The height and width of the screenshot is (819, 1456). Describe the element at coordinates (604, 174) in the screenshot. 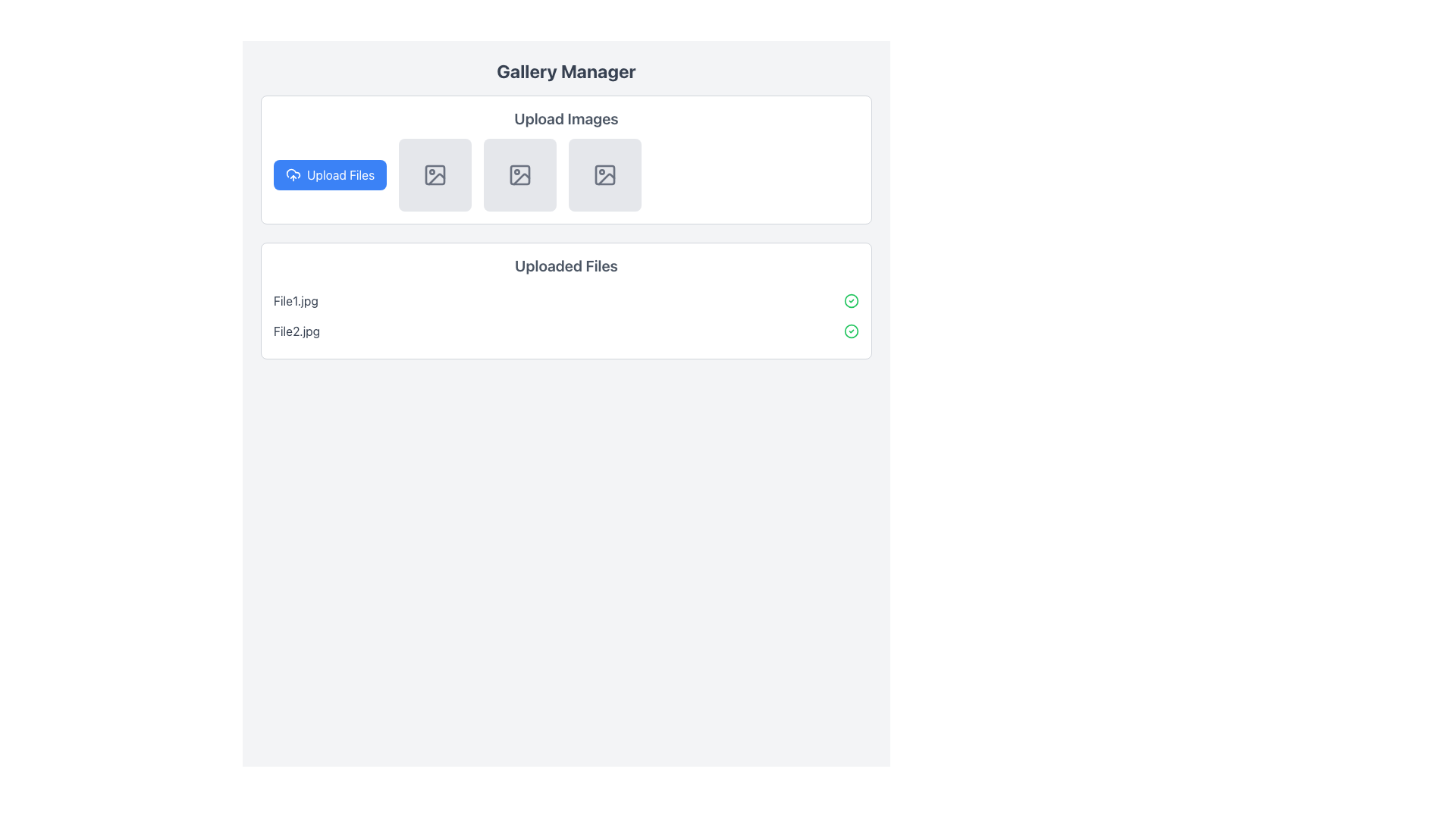

I see `the third Icon Button in the 'Upload Images' section` at that location.